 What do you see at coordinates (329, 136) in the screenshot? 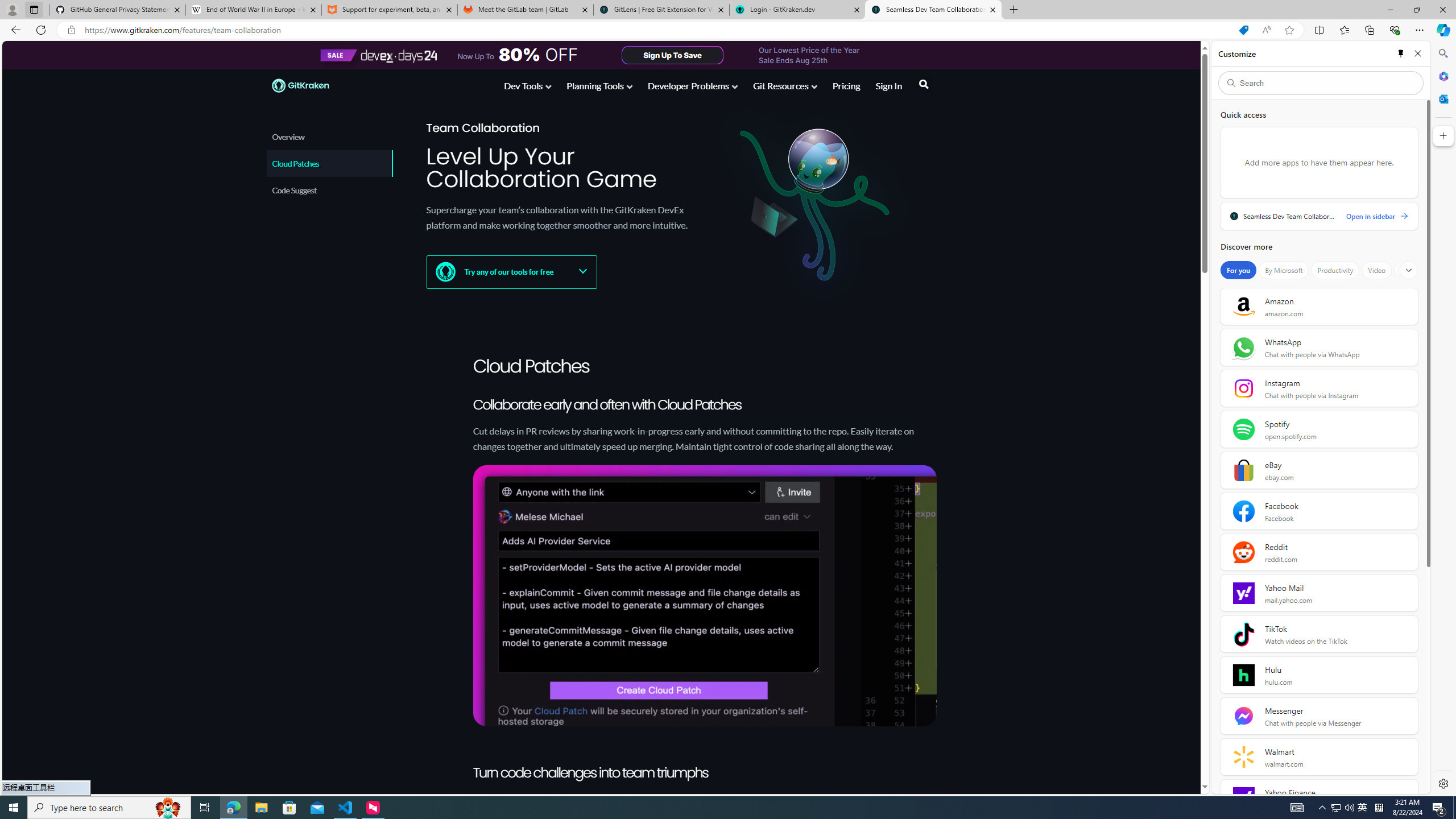
I see `'Overview'` at bounding box center [329, 136].